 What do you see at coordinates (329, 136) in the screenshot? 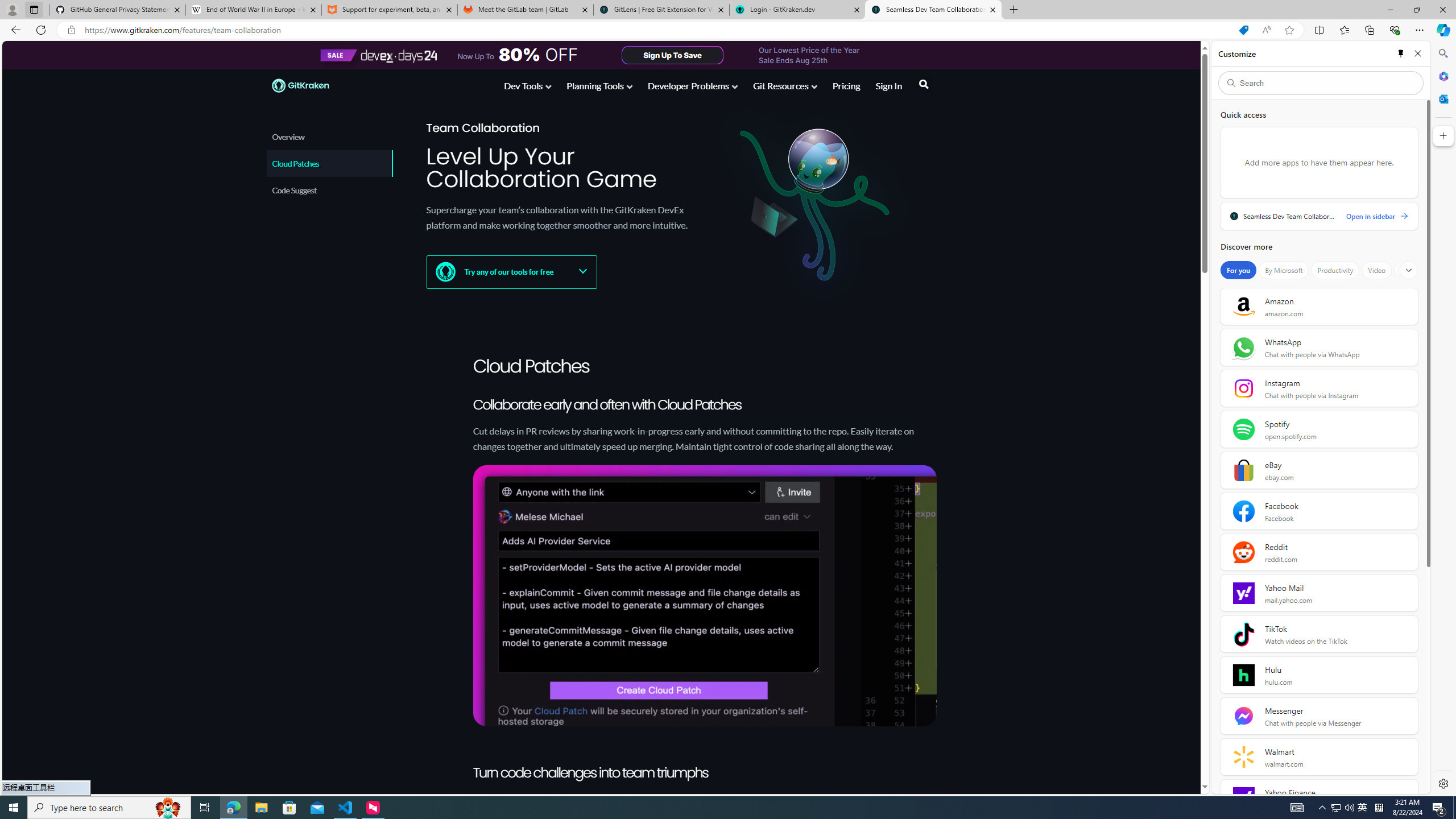
I see `'Overview'` at bounding box center [329, 136].